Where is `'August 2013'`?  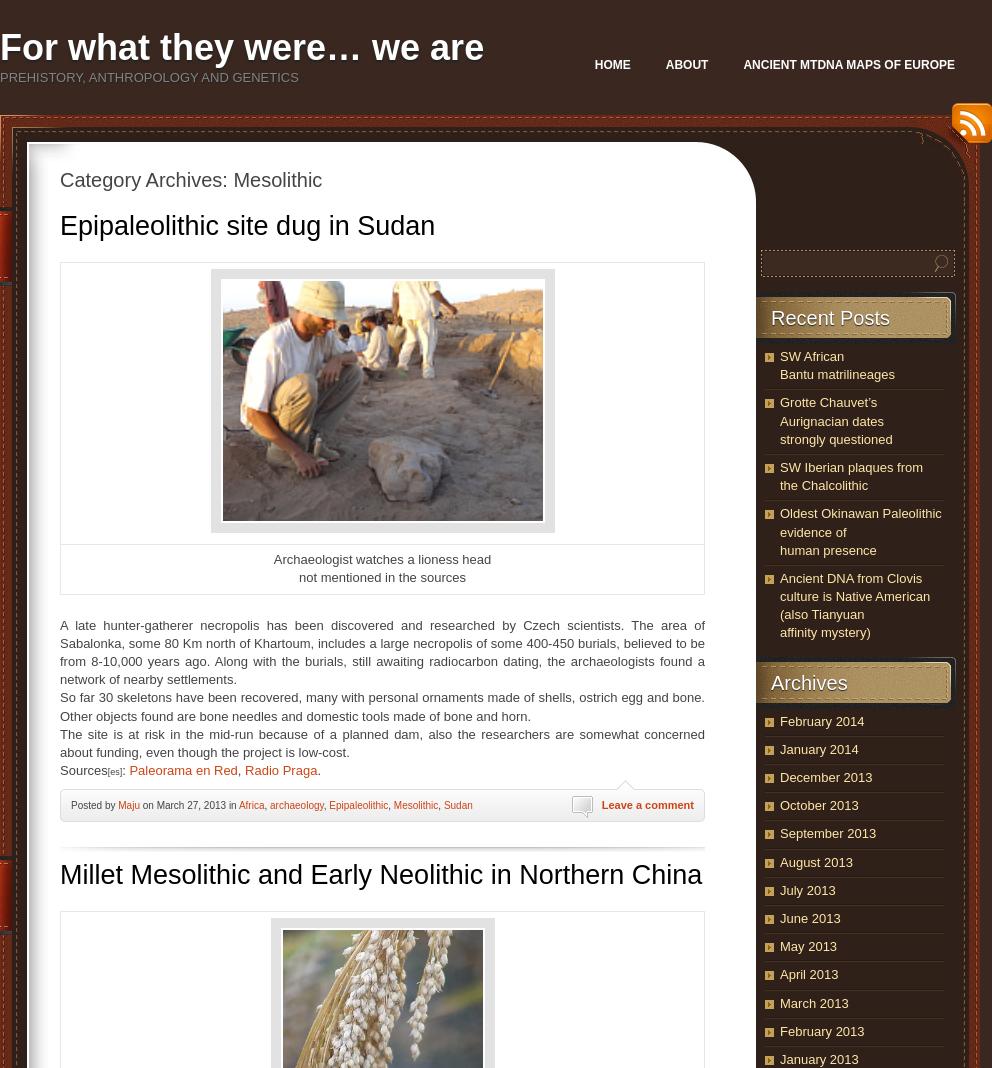 'August 2013' is located at coordinates (779, 860).